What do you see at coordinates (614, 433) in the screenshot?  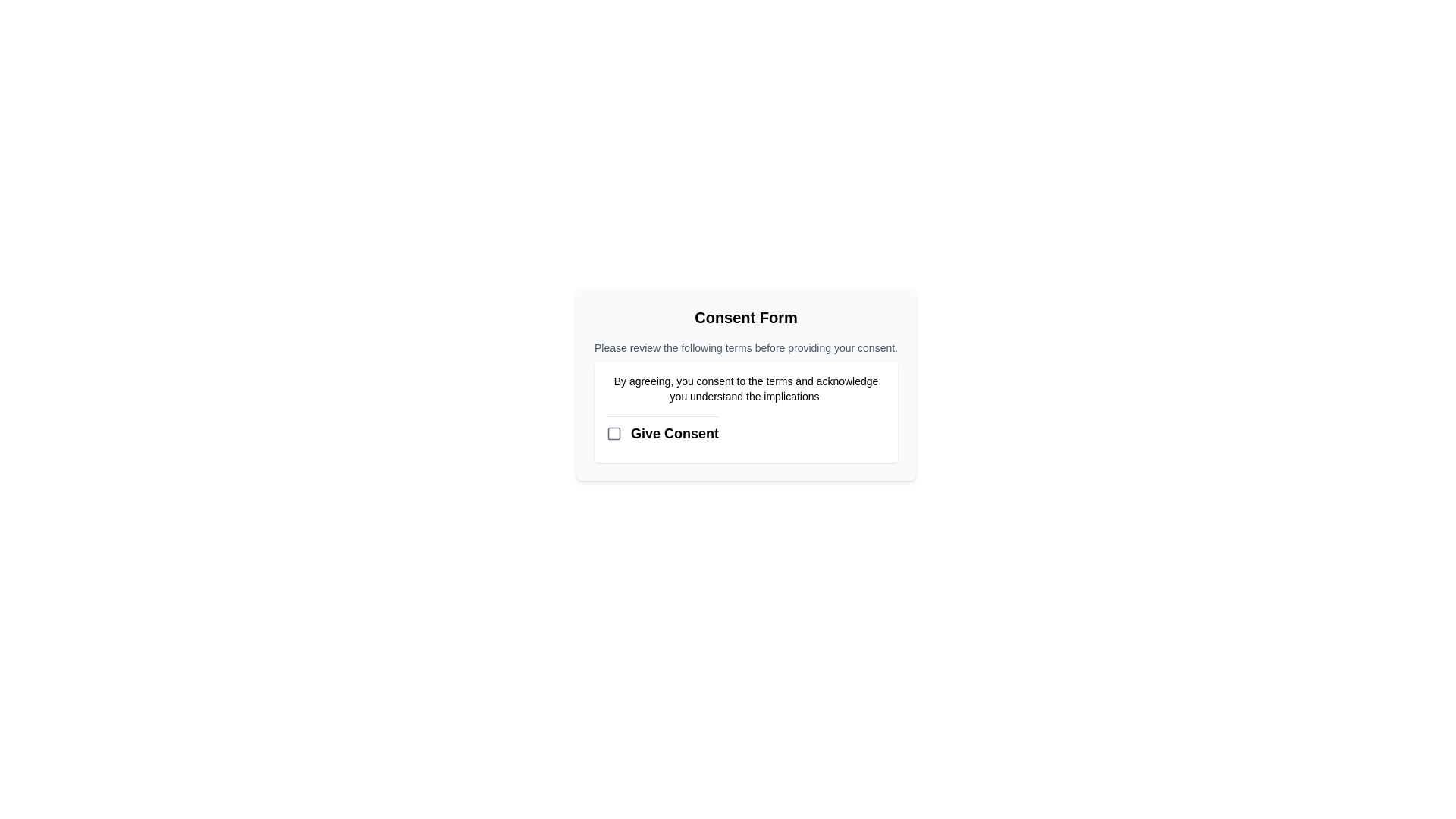 I see `the checkbox located to the left of the 'Give Consent' label within the consent form` at bounding box center [614, 433].